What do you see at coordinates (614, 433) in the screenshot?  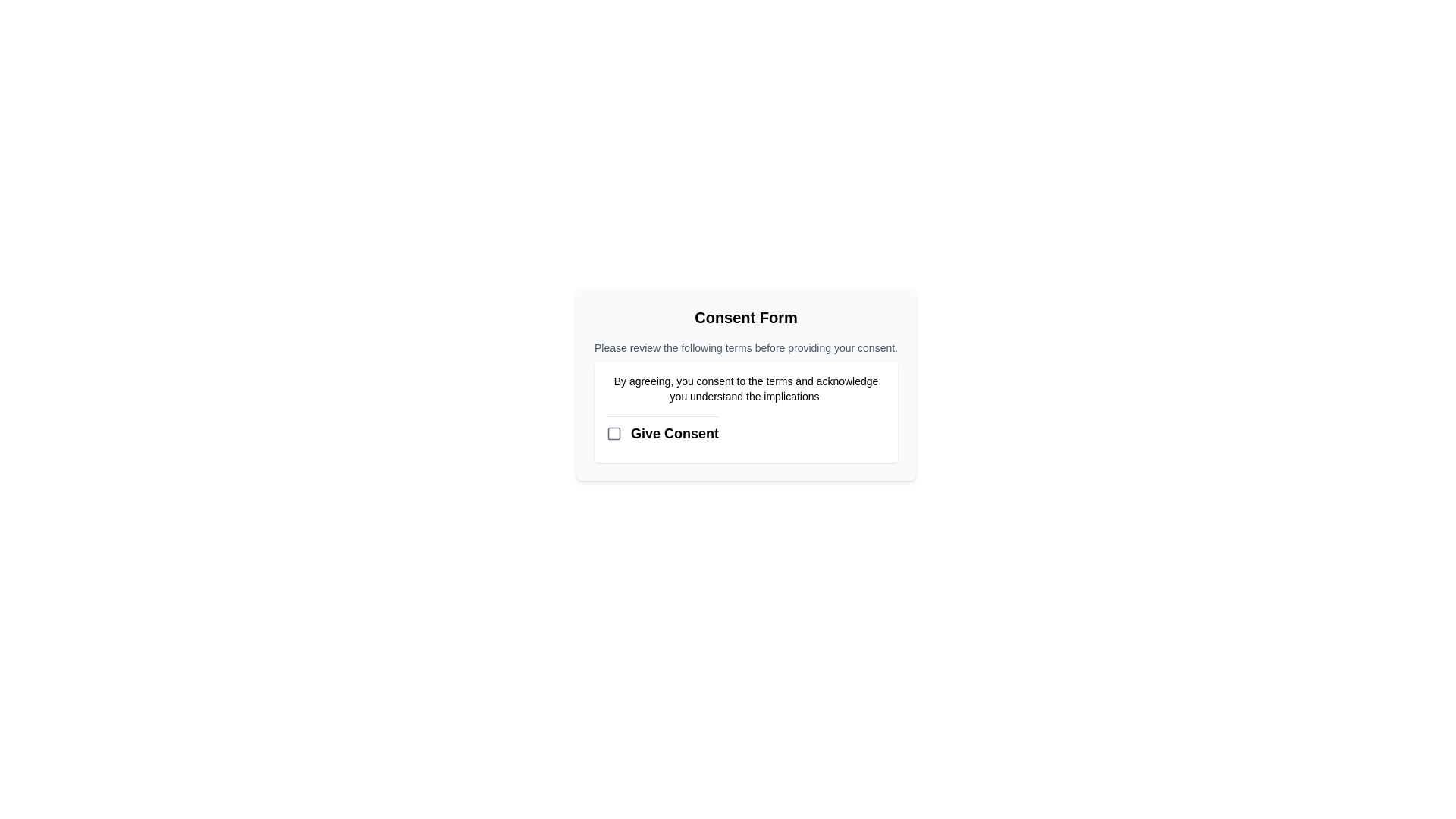 I see `the checkbox located to the left of the 'Give Consent' label within the consent form` at bounding box center [614, 433].